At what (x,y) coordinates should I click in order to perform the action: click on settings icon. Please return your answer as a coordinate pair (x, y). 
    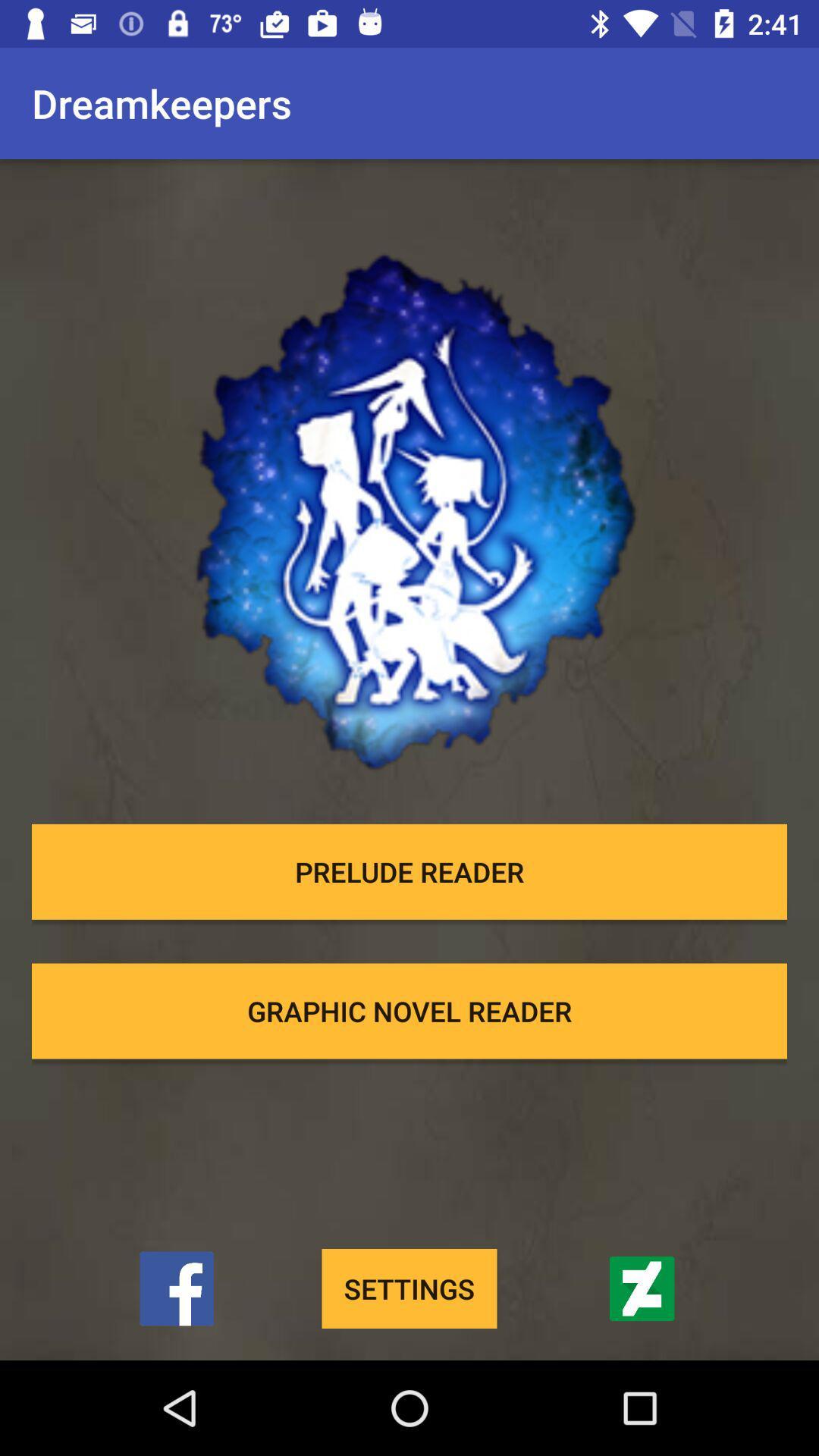
    Looking at the image, I should click on (409, 1288).